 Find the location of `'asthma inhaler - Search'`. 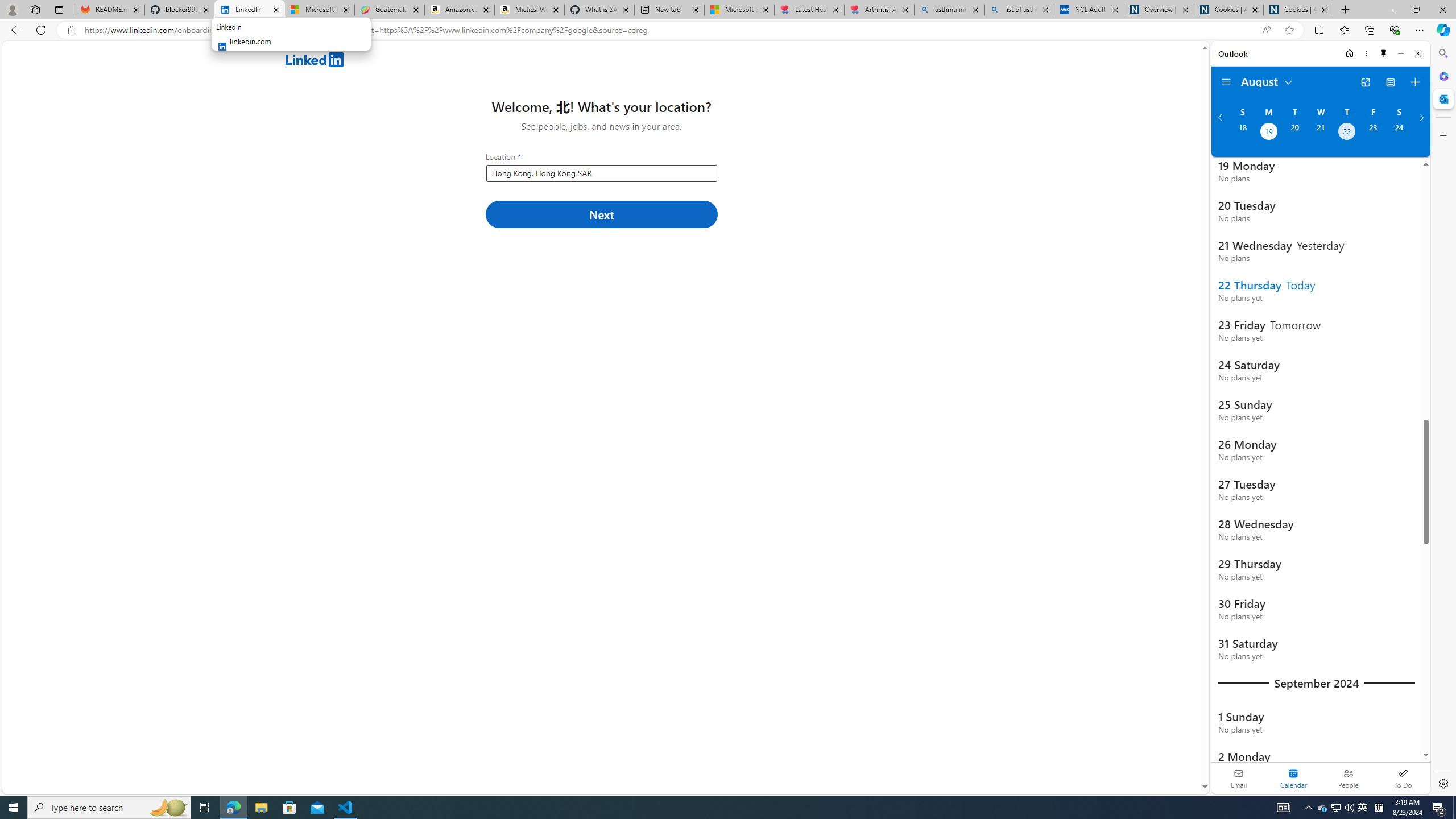

'asthma inhaler - Search' is located at coordinates (949, 9).